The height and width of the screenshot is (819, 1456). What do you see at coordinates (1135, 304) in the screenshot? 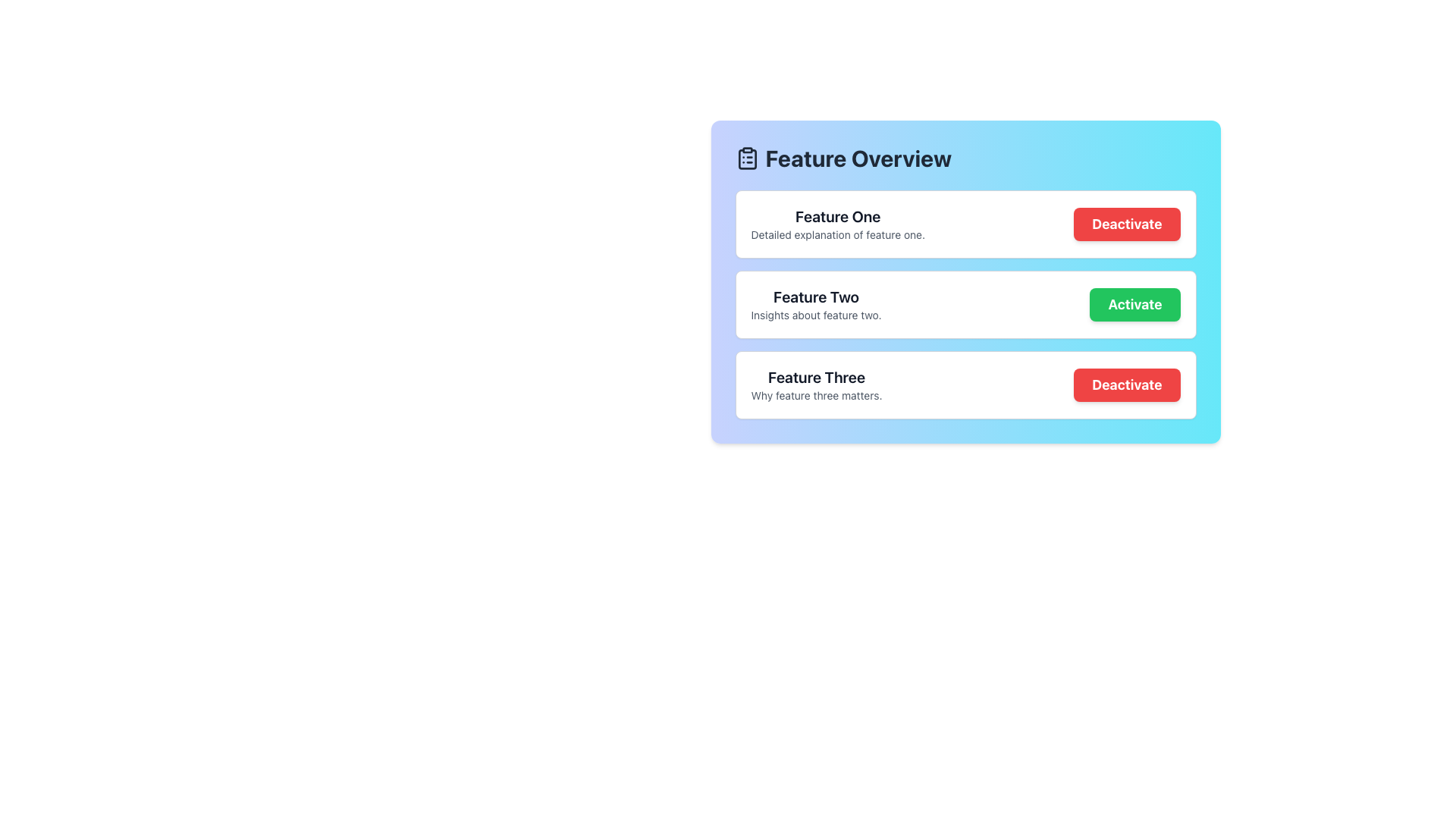
I see `the green button labeled 'Activate' located in the 'Feature Two' section` at bounding box center [1135, 304].